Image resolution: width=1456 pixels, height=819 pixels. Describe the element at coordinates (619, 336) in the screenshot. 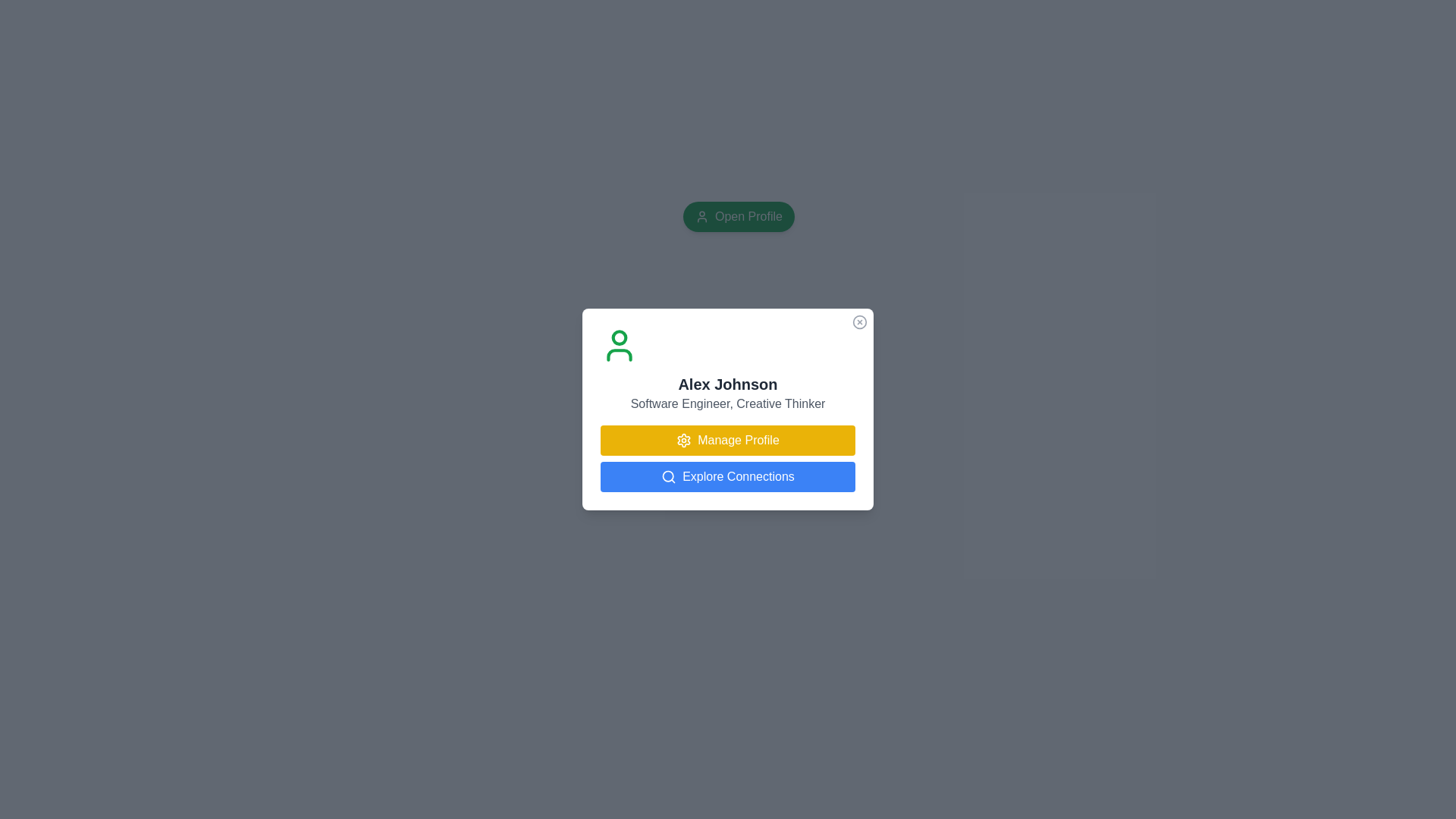

I see `the decorative graphical element located at the center of the user icon, which is part of a dialog box` at that location.